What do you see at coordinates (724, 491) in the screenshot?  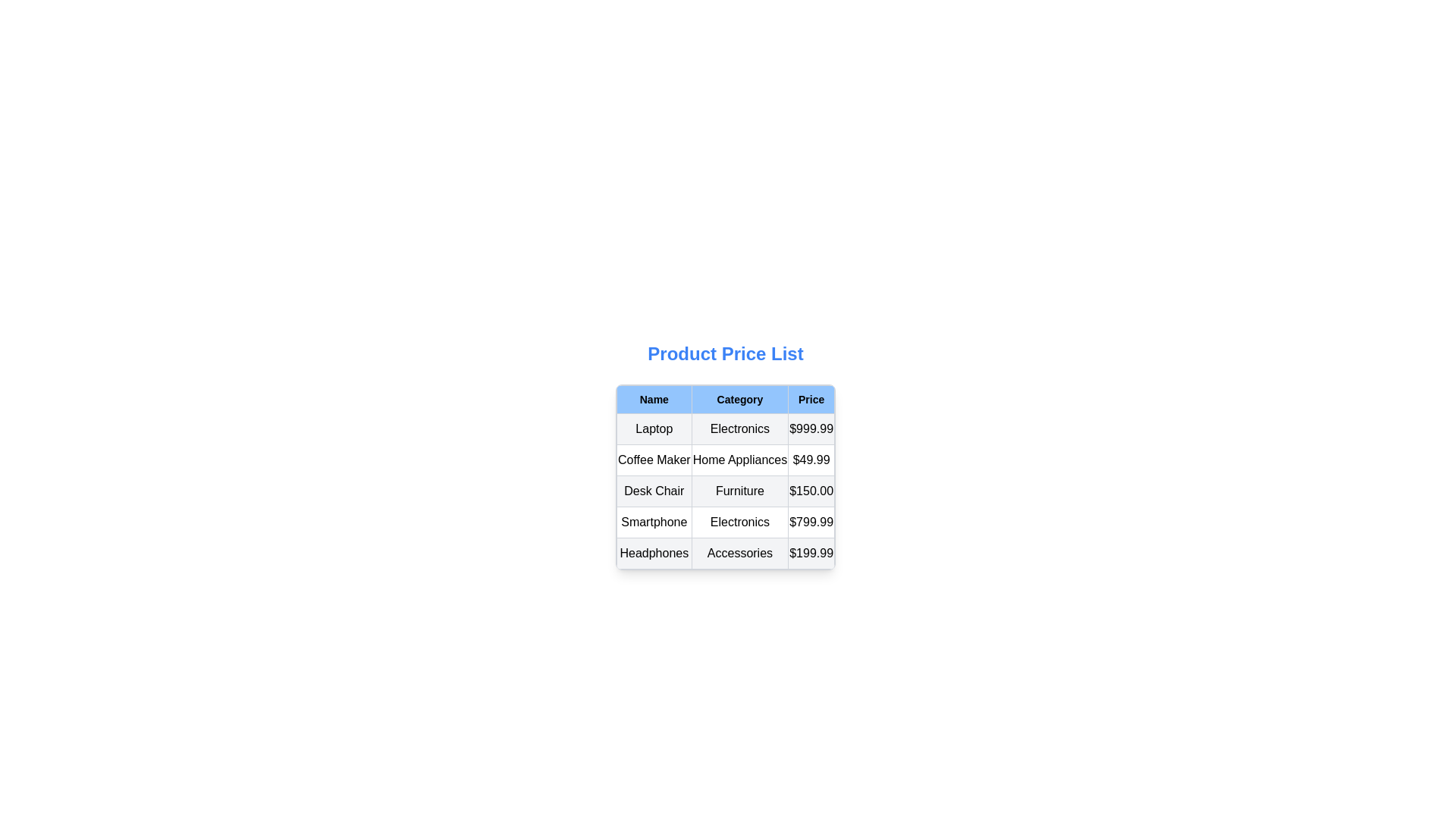 I see `the third row in the product information table, which contains 'Desk Chair', 'Furniture', and '$150.00', positioned between the 'Coffee Maker' and 'Smartphone' rows` at bounding box center [724, 491].